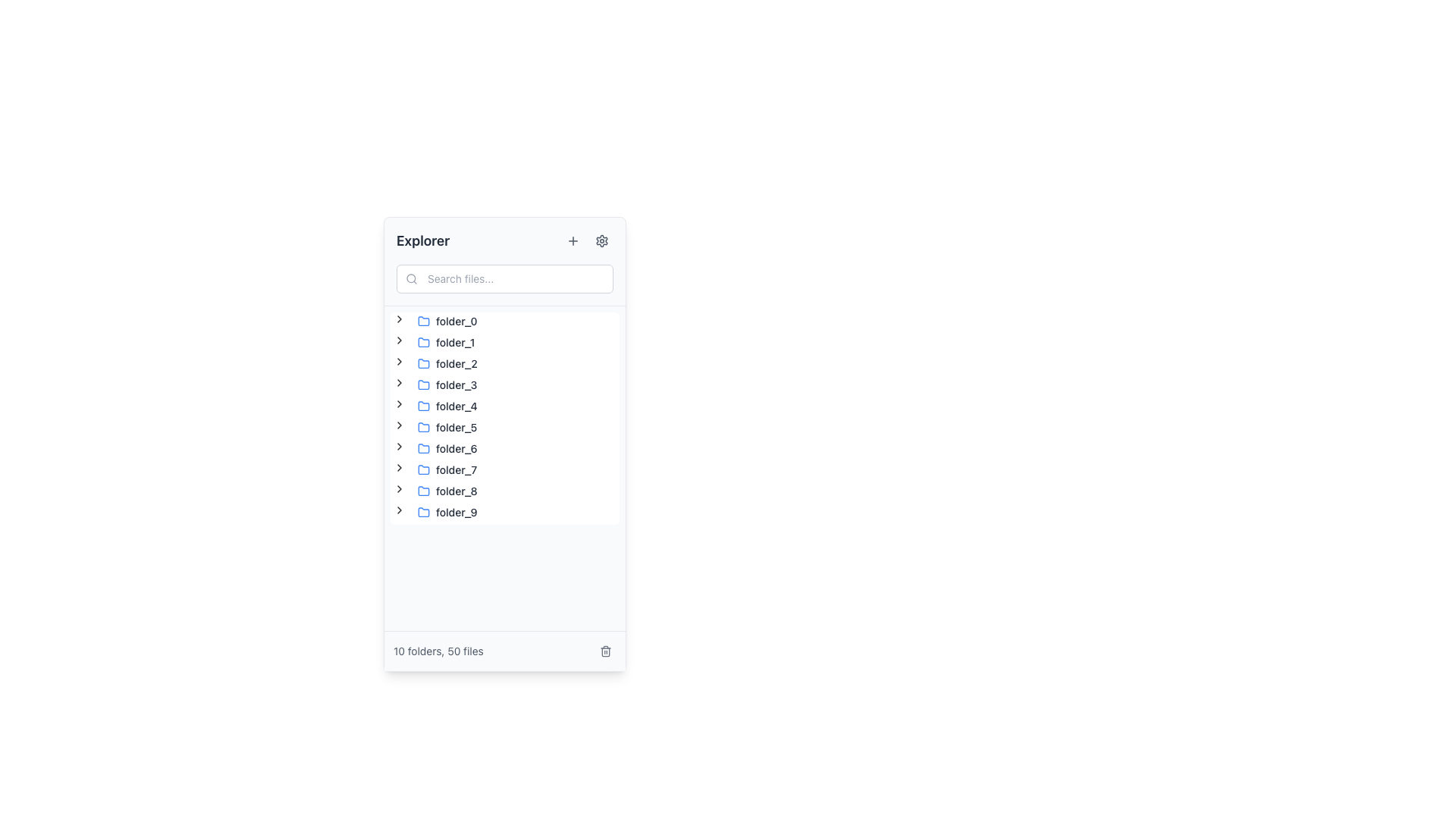  I want to click on the right-pointing chevron icon, so click(400, 403).